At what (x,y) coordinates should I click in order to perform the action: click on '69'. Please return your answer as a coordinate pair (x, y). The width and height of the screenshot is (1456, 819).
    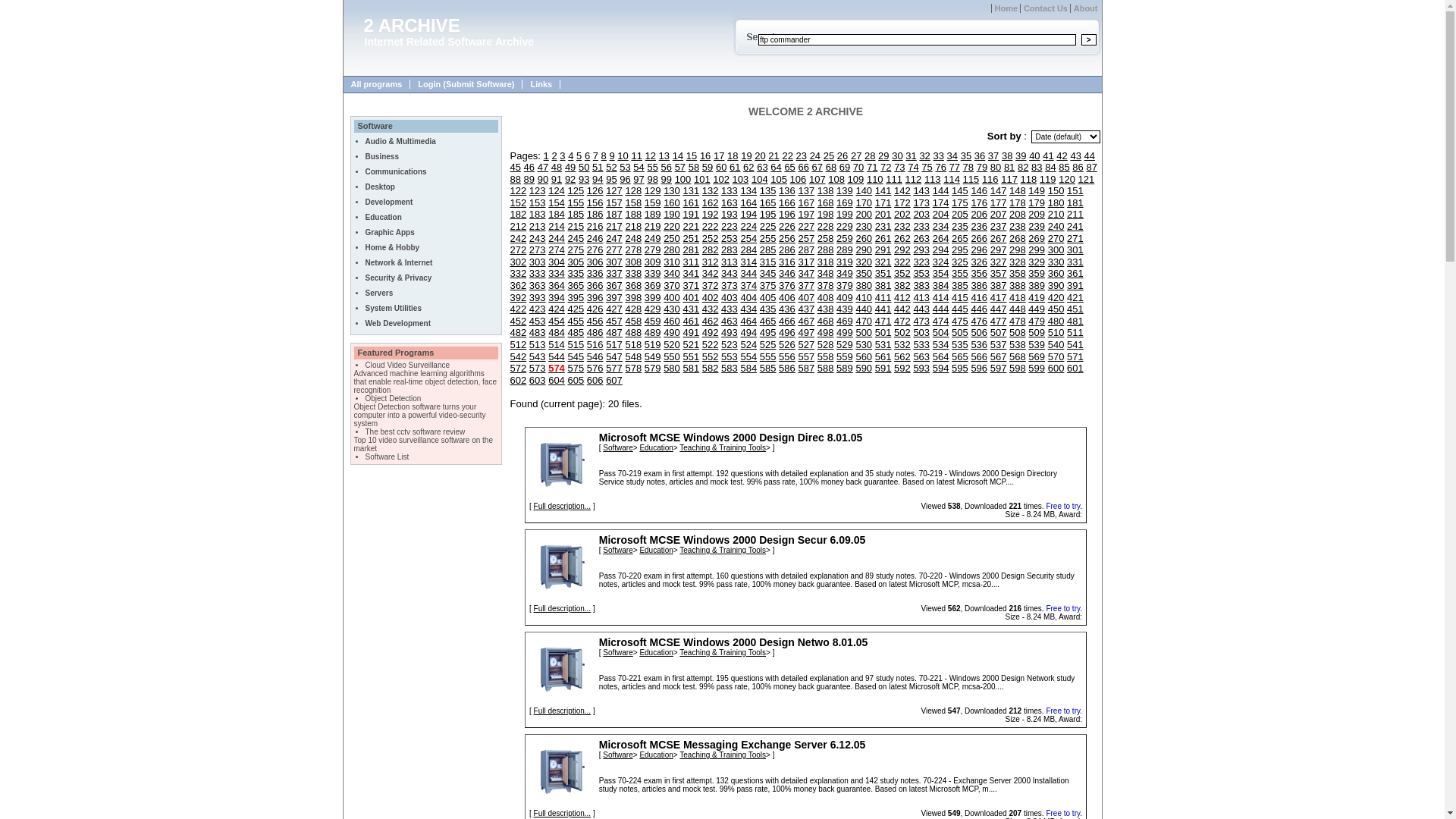
    Looking at the image, I should click on (839, 167).